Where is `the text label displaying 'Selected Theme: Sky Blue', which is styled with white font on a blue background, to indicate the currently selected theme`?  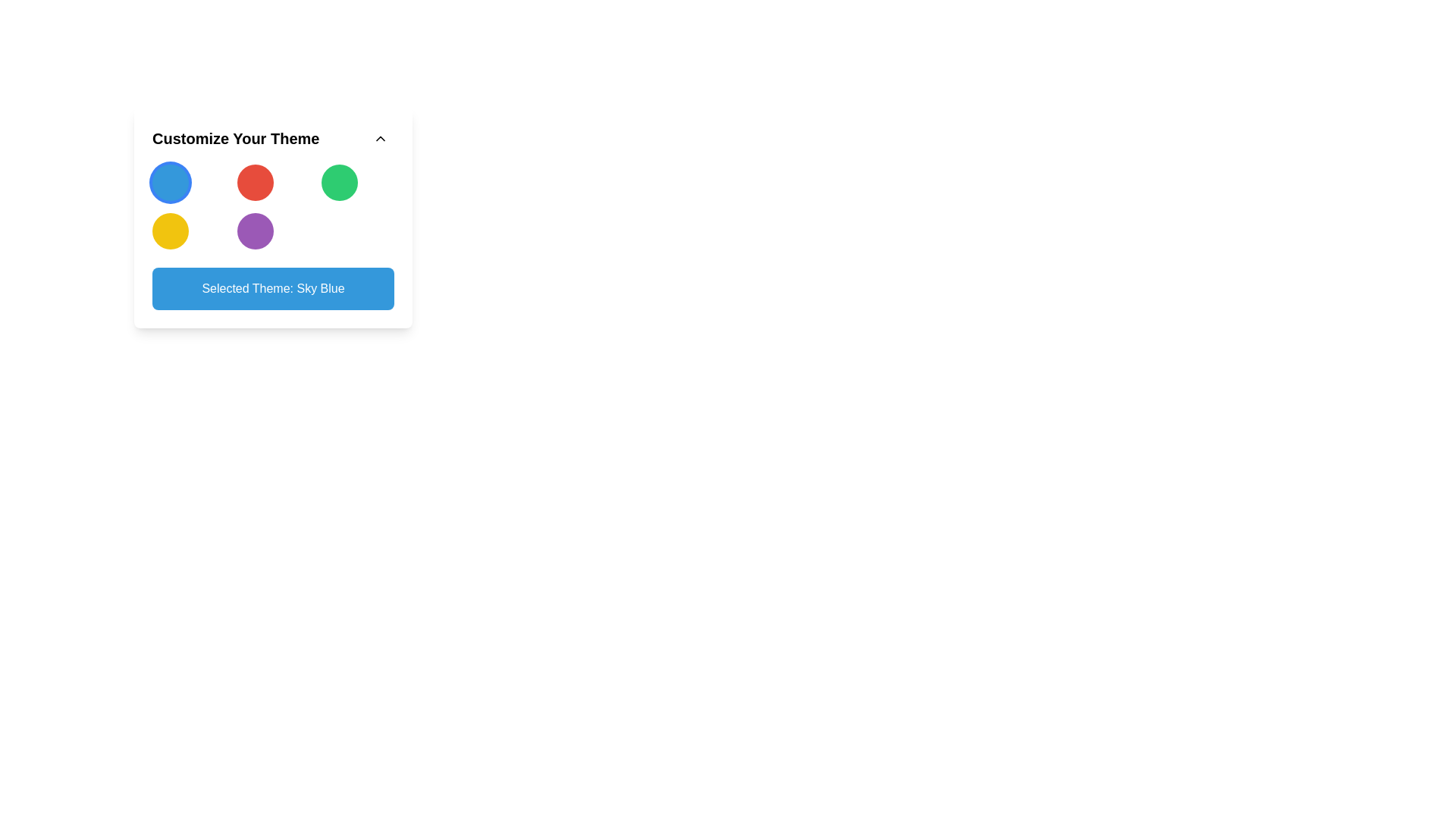 the text label displaying 'Selected Theme: Sky Blue', which is styled with white font on a blue background, to indicate the currently selected theme is located at coordinates (273, 289).